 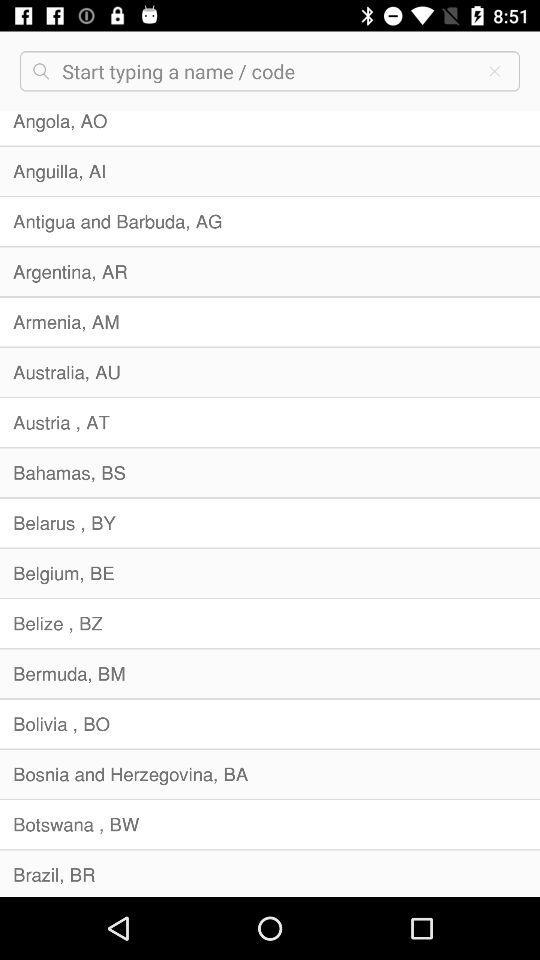 What do you see at coordinates (493, 71) in the screenshot?
I see `the close icon` at bounding box center [493, 71].